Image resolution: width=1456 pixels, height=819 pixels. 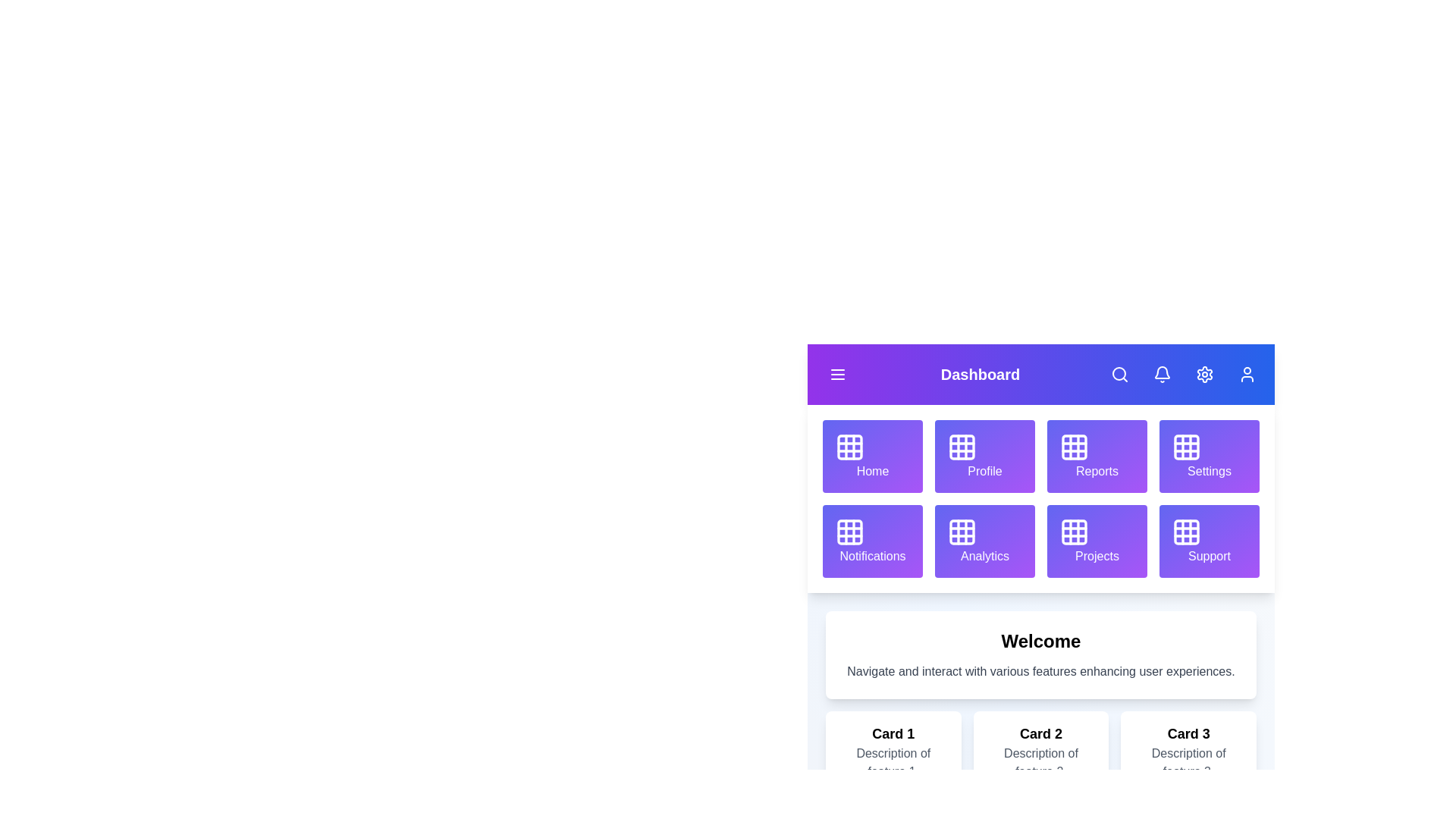 What do you see at coordinates (1247, 374) in the screenshot?
I see `the user icon to access profile settings` at bounding box center [1247, 374].